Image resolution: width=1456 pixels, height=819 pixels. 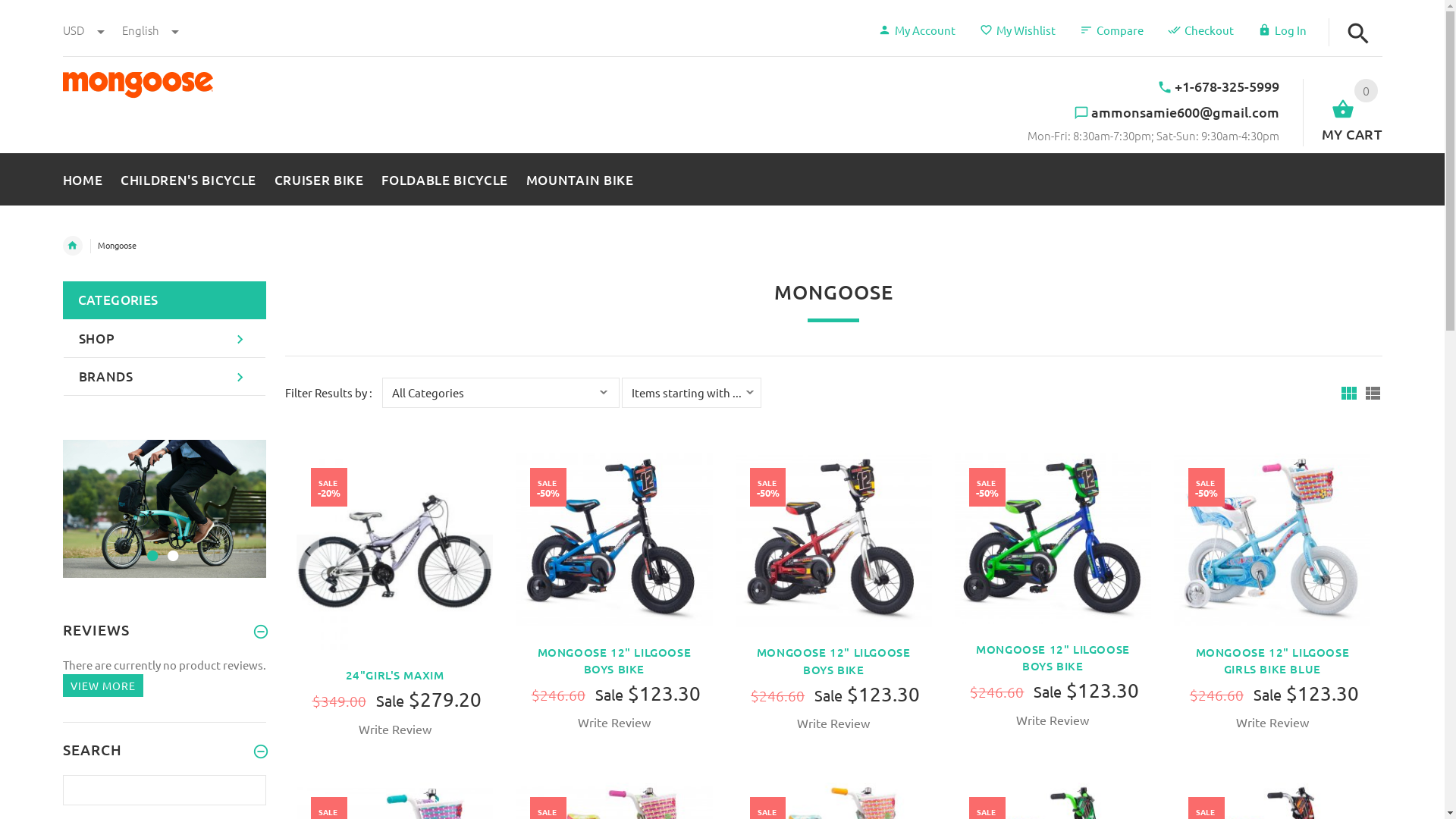 What do you see at coordinates (1348, 392) in the screenshot?
I see `'Grid'` at bounding box center [1348, 392].